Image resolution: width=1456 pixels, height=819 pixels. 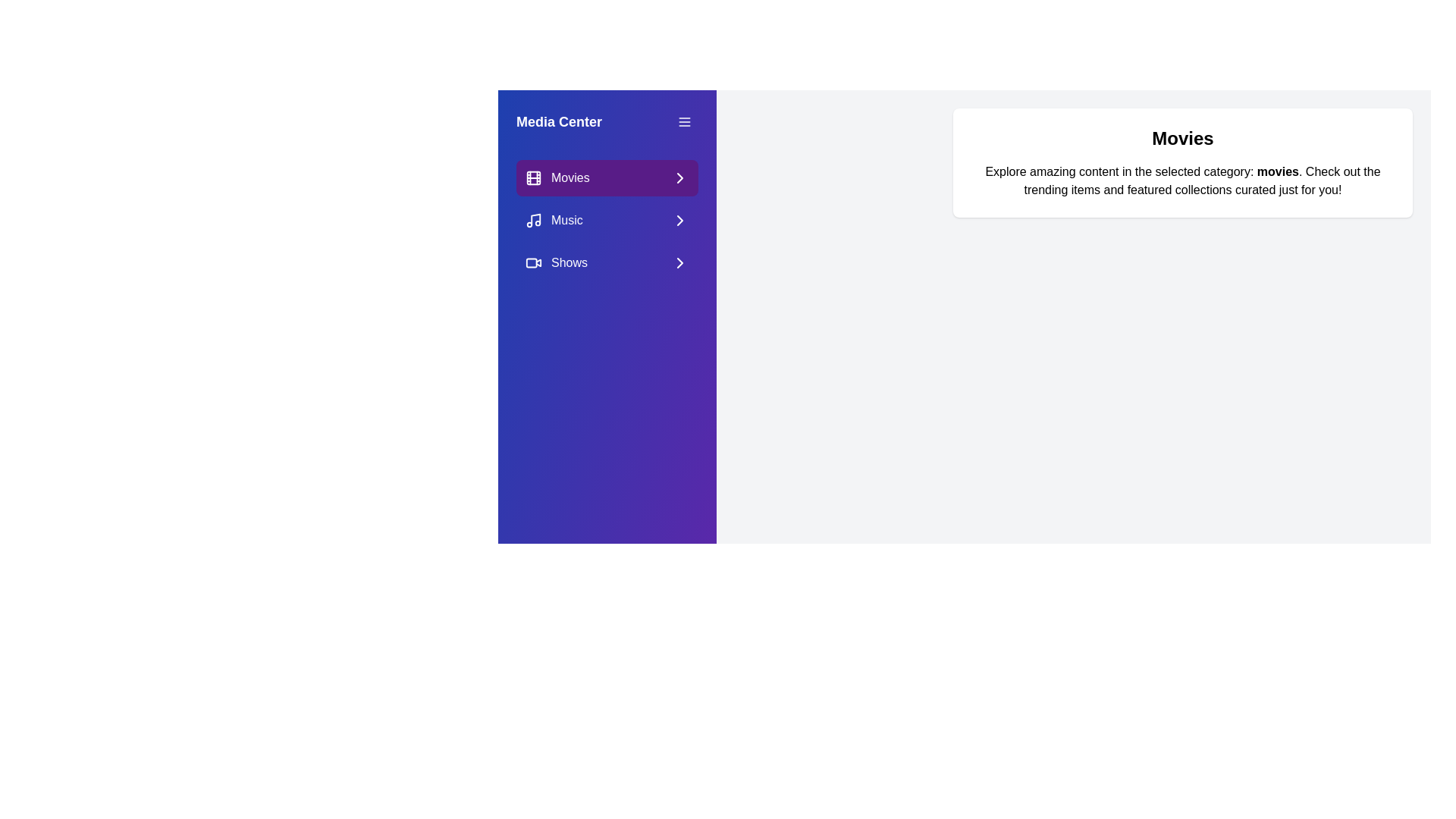 What do you see at coordinates (679, 262) in the screenshot?
I see `the third chevron icon in the left vertical sidebar, located to the right of the 'Shows' text` at bounding box center [679, 262].